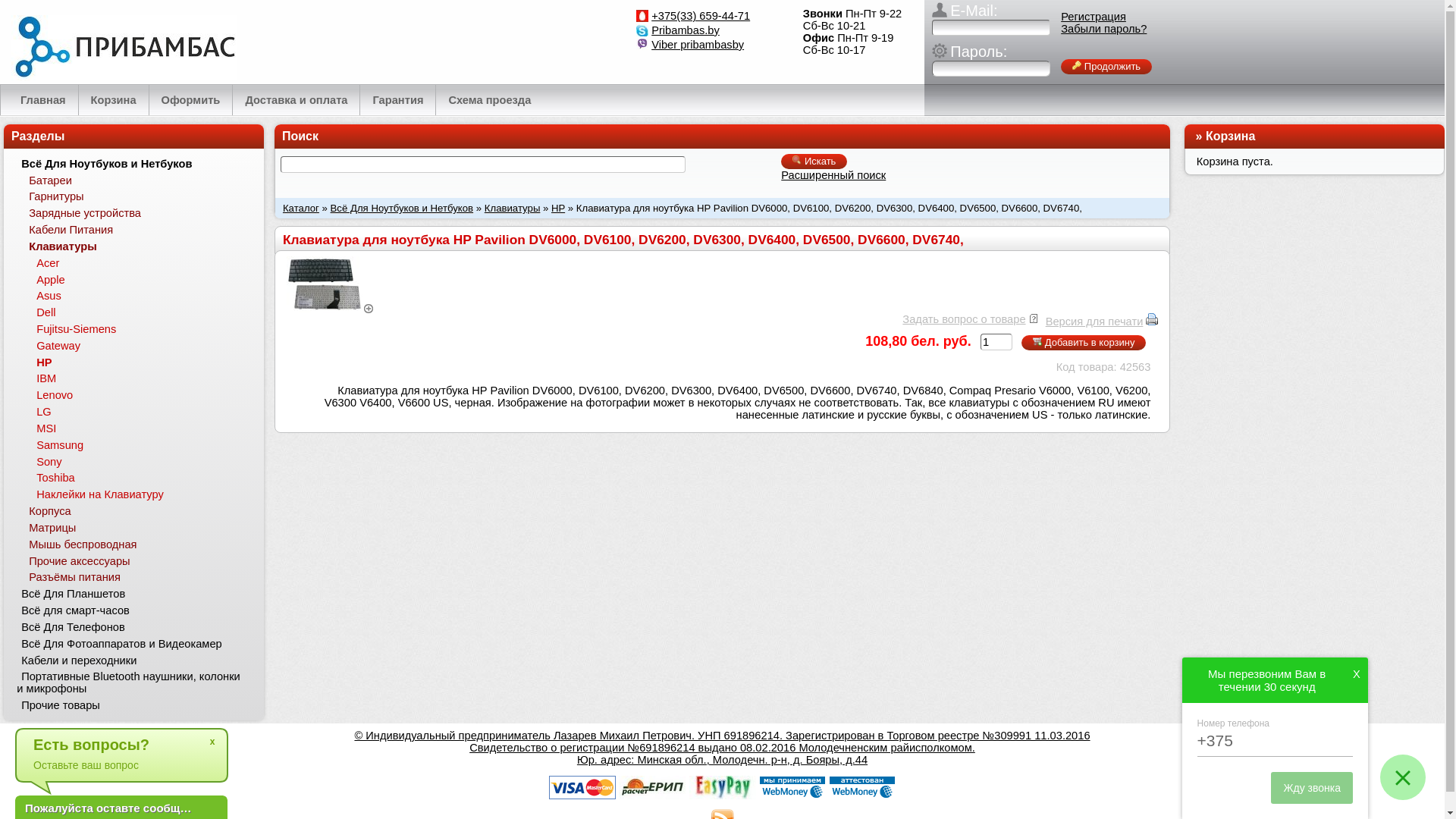  I want to click on 'Viber pribambasby', so click(697, 43).